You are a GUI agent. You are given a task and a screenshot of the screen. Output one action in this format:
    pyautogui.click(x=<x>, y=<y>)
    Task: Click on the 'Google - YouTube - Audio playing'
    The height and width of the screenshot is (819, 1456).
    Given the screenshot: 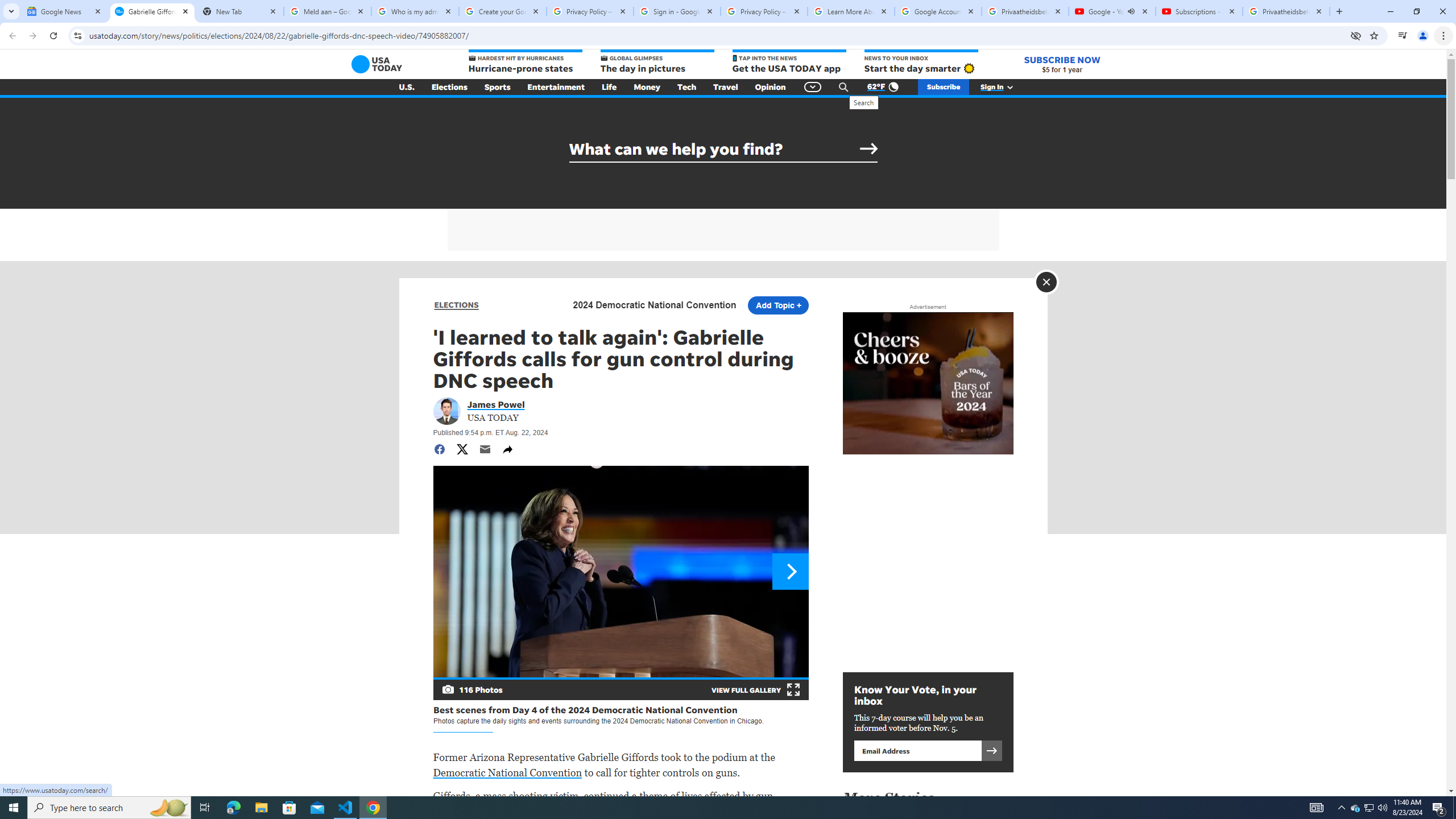 What is the action you would take?
    pyautogui.click(x=1111, y=11)
    